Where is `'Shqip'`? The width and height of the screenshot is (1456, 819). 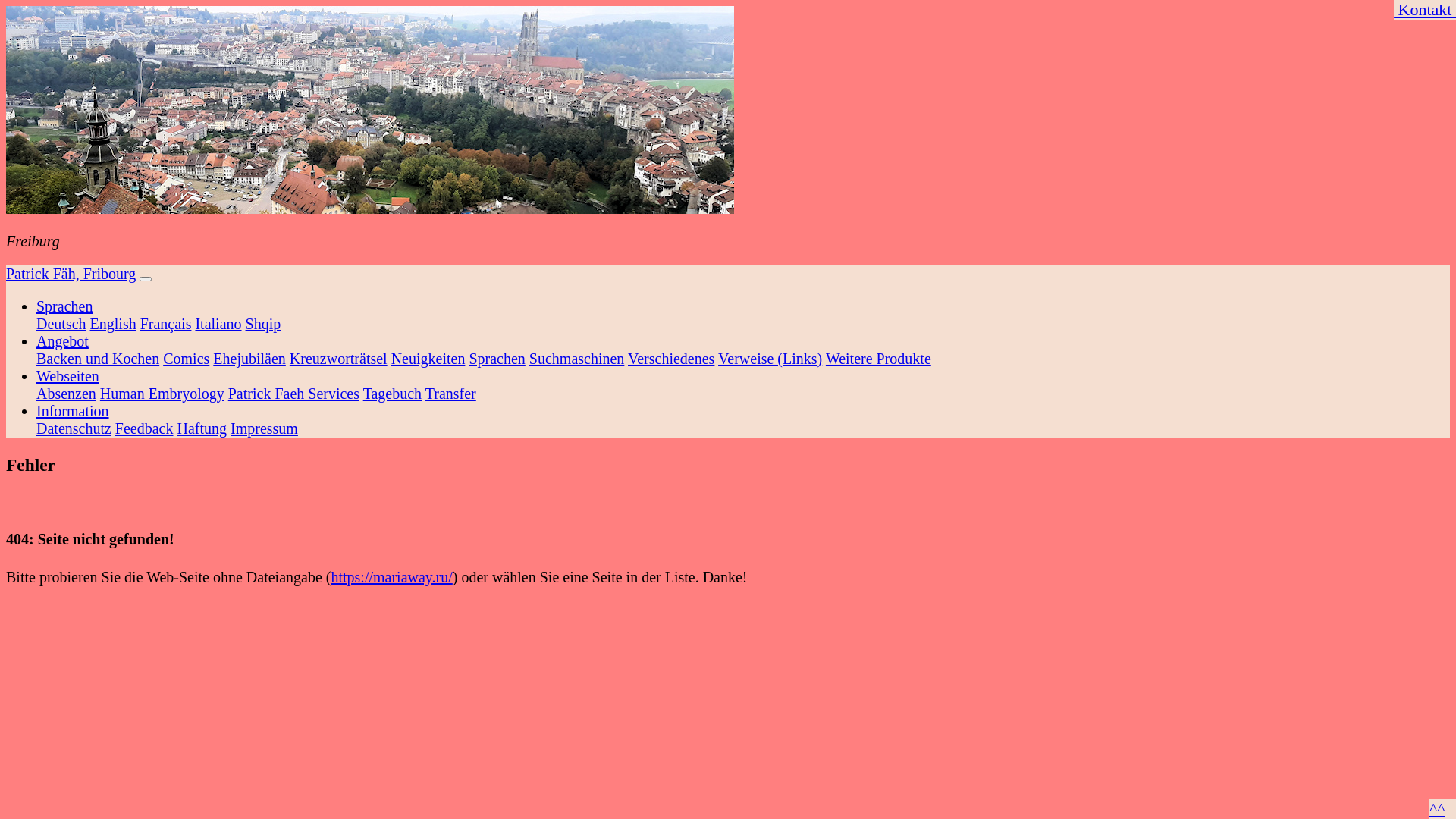 'Shqip' is located at coordinates (263, 323).